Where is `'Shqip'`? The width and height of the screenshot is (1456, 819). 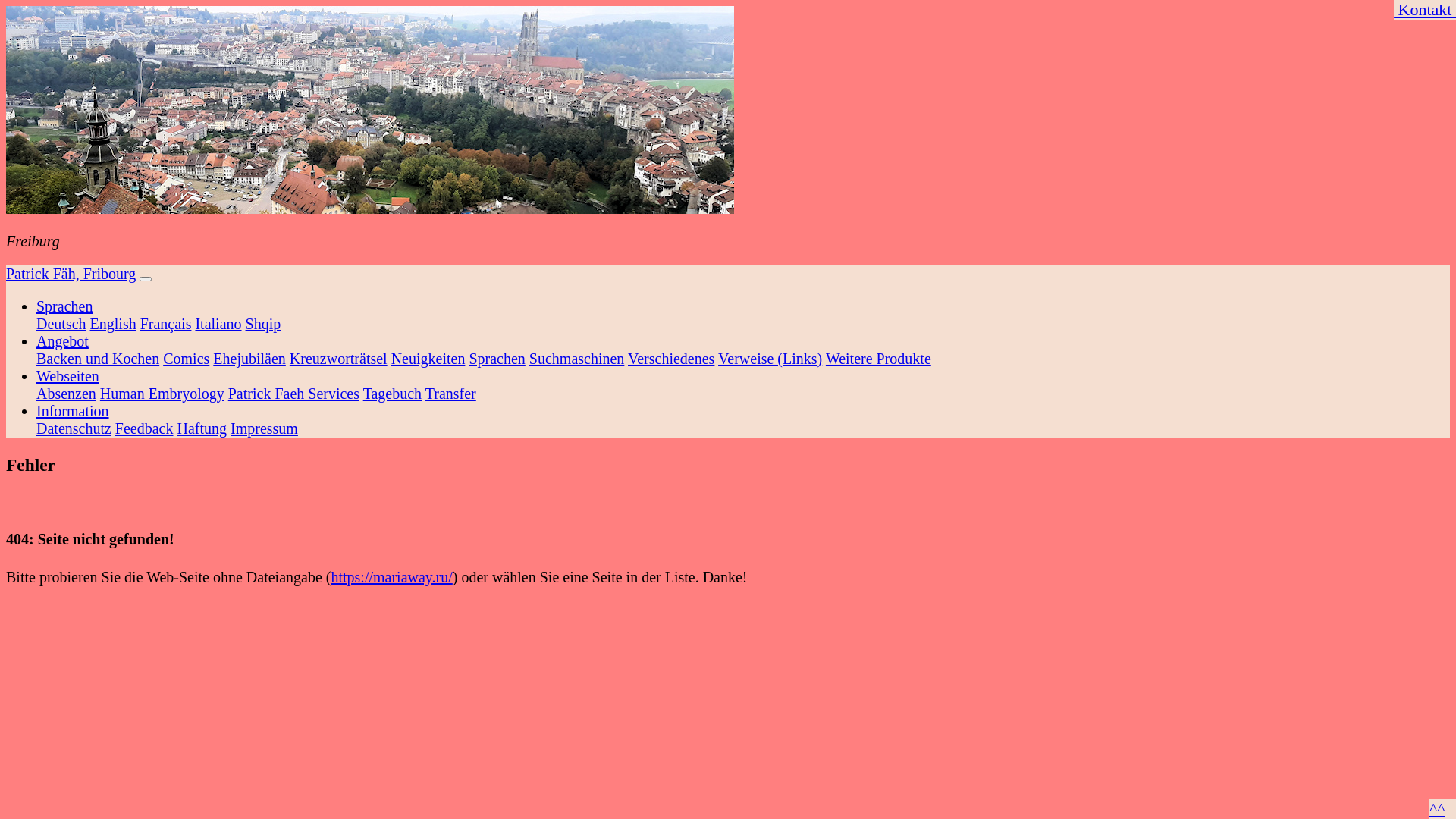 'Shqip' is located at coordinates (263, 323).